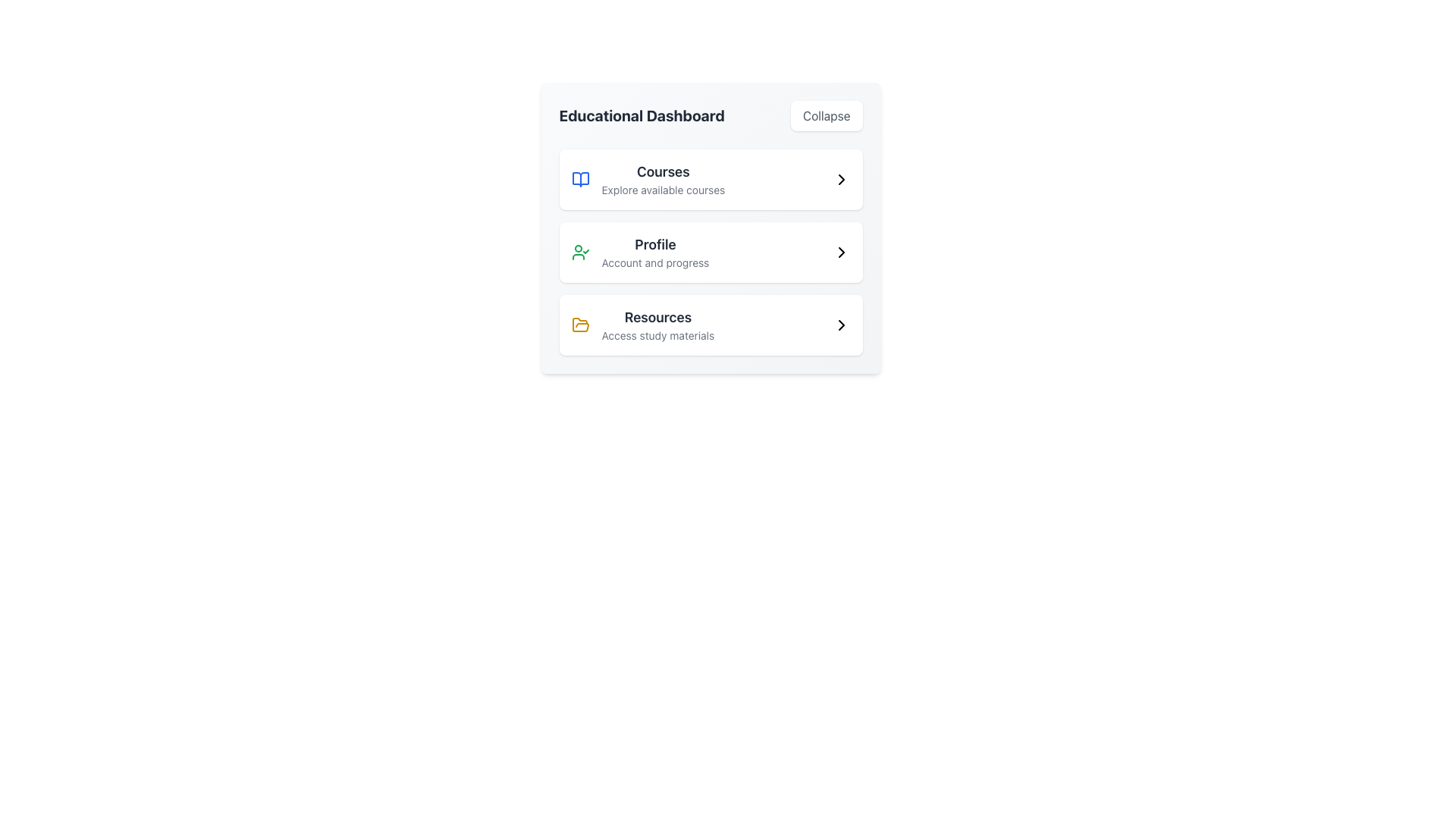 This screenshot has height=819, width=1456. Describe the element at coordinates (642, 324) in the screenshot. I see `the 'Resources' list item, which features a yellow folder icon and two lines of text` at that location.